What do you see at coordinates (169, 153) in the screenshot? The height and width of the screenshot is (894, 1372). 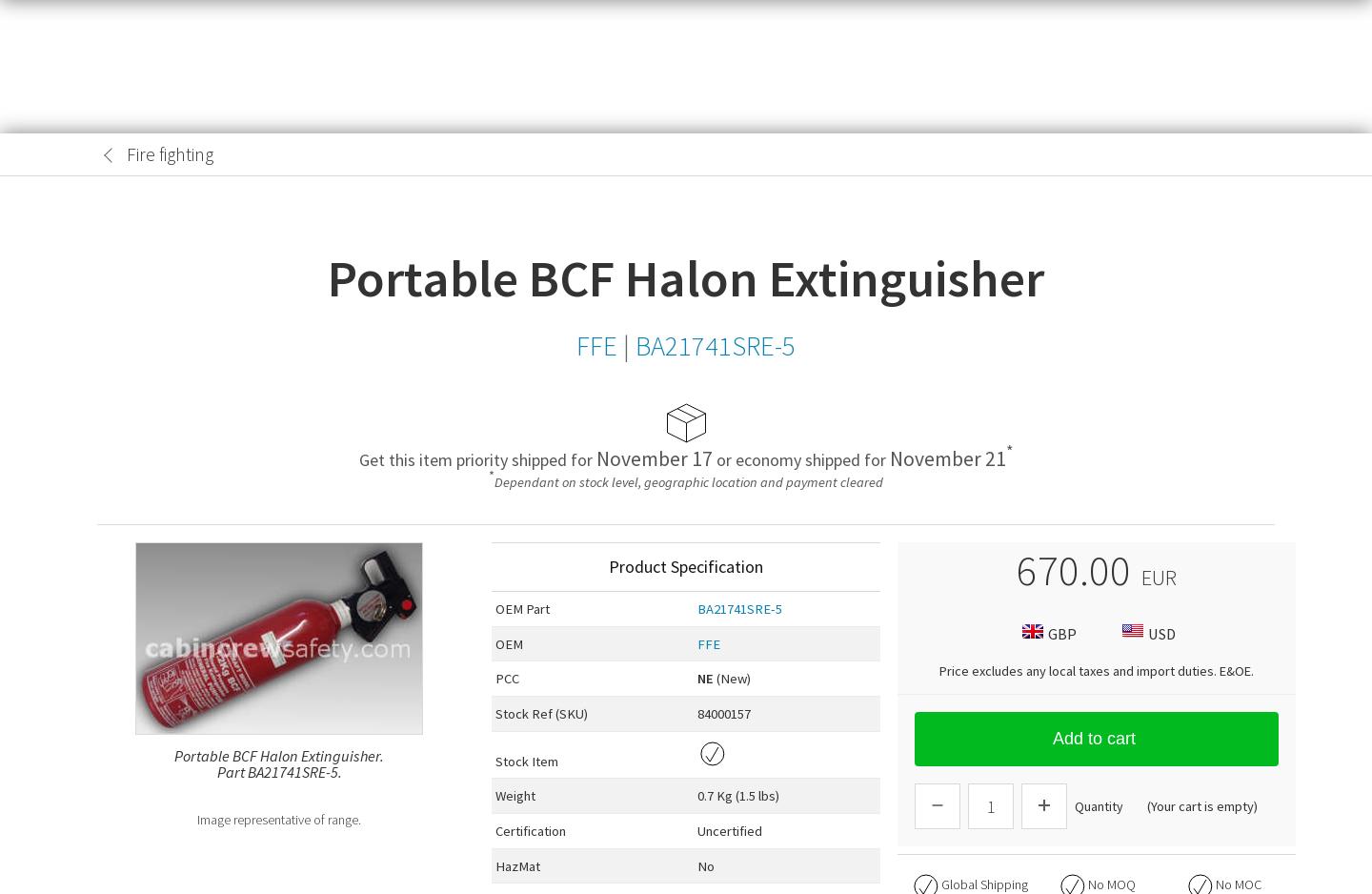 I see `'Fire fighting'` at bounding box center [169, 153].